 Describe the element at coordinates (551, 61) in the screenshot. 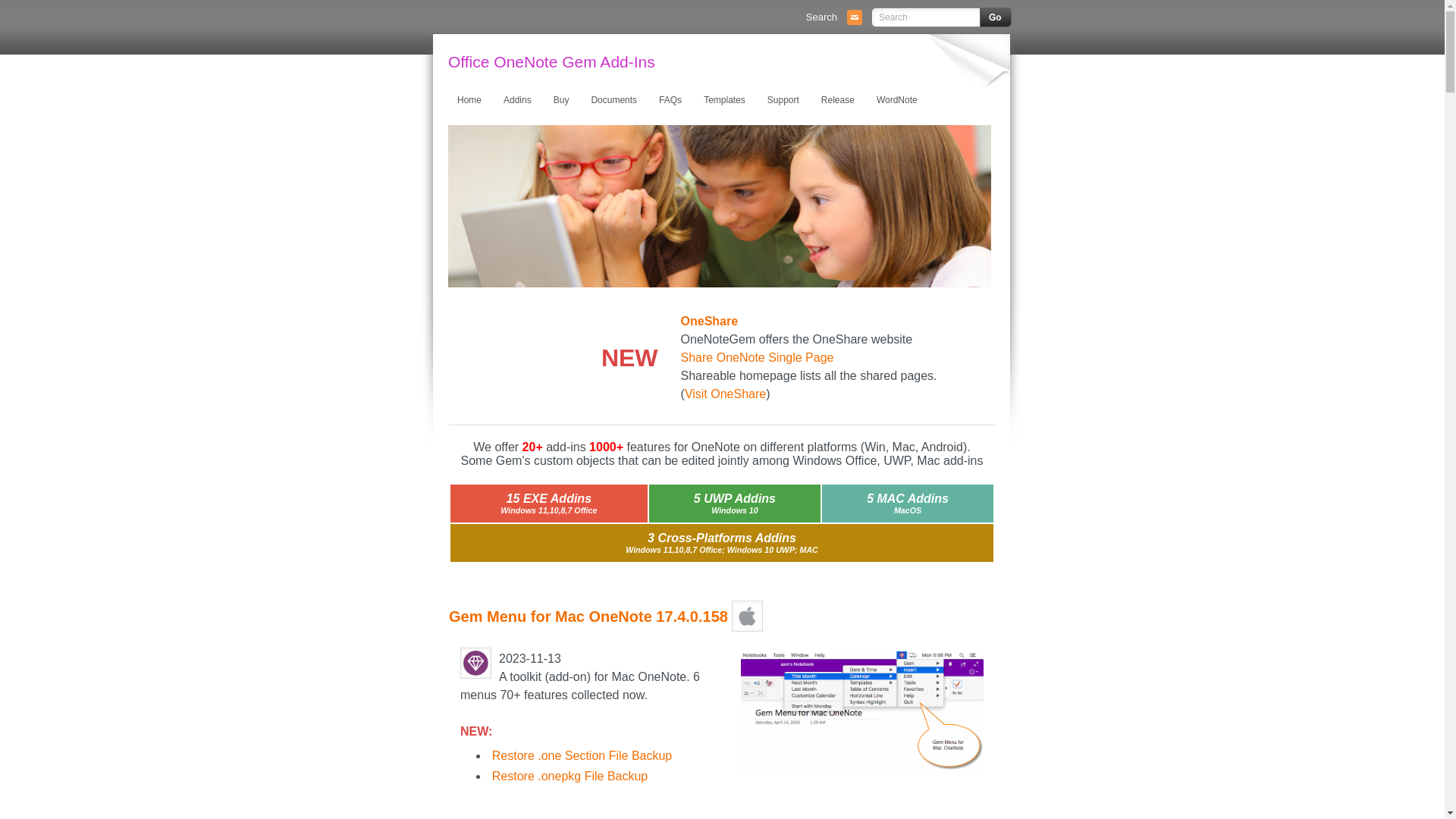

I see `'Office OneNote Gem Add-Ins'` at that location.